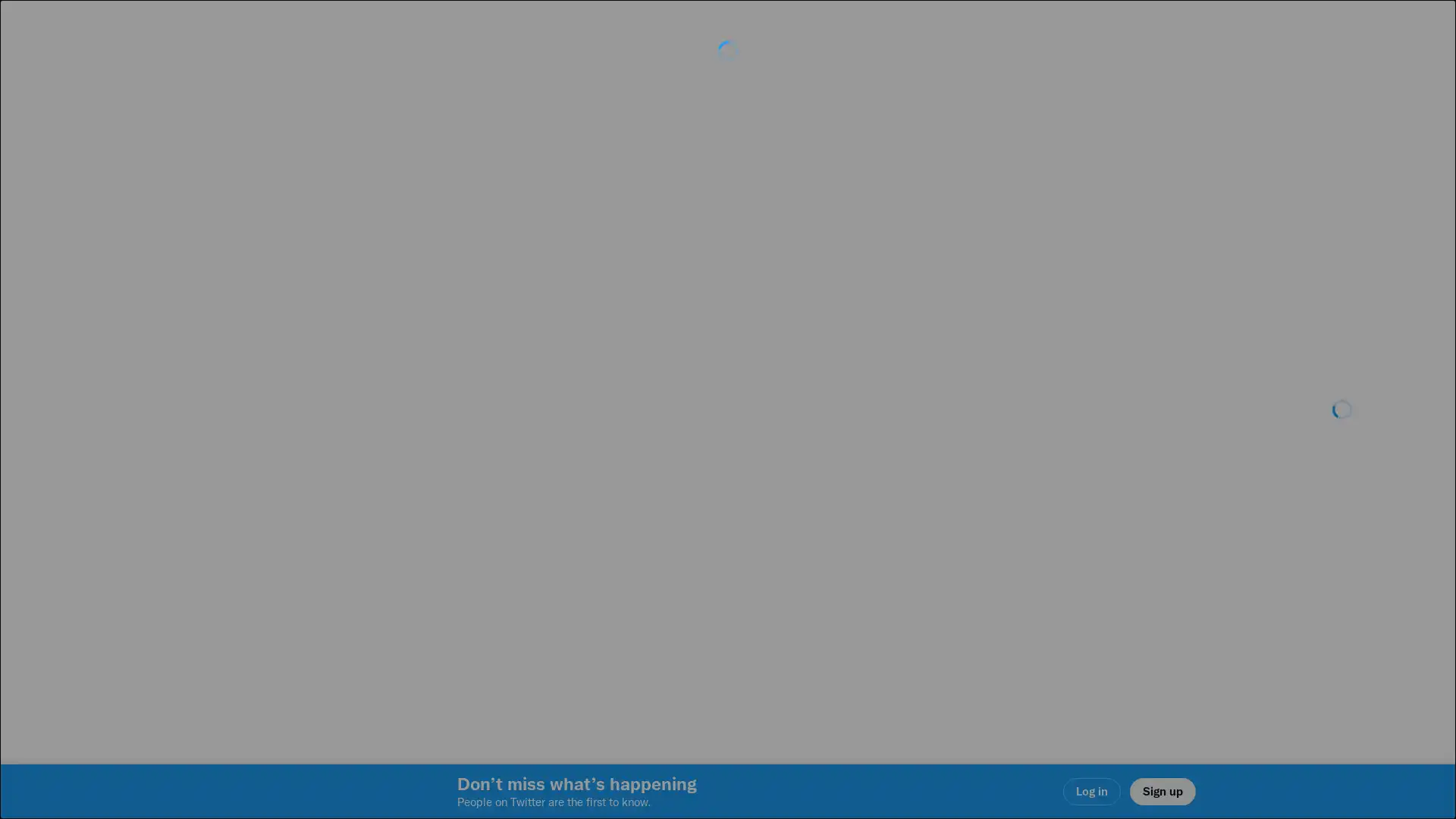 This screenshot has height=819, width=1456. Describe the element at coordinates (910, 516) in the screenshot. I see `Log in` at that location.